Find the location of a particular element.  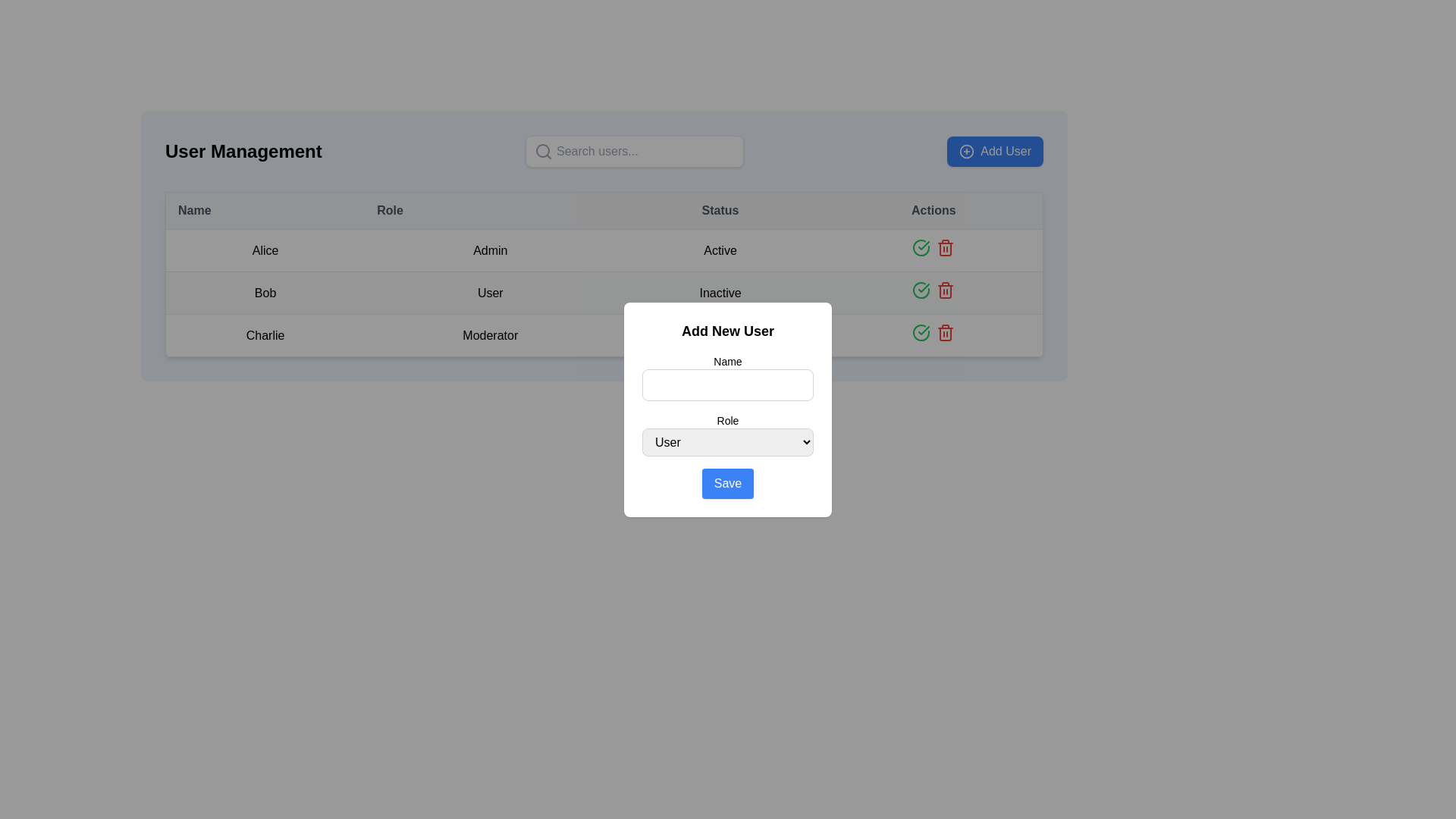

the decorative circle within the 'Add User' button, which is a circular icon featuring a '+' symbol is located at coordinates (966, 152).